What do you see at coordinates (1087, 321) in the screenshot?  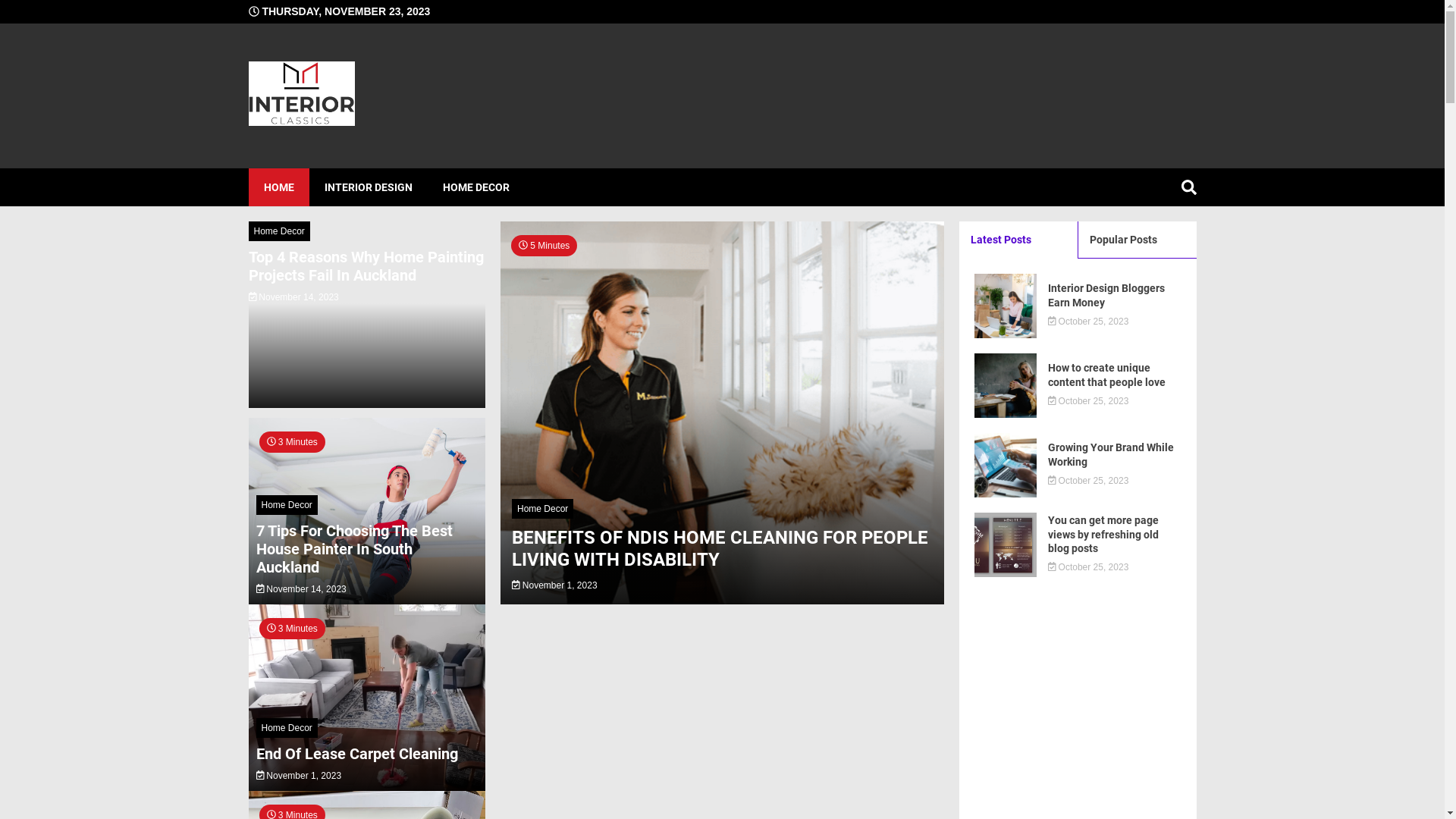 I see `'October 25, 2023'` at bounding box center [1087, 321].